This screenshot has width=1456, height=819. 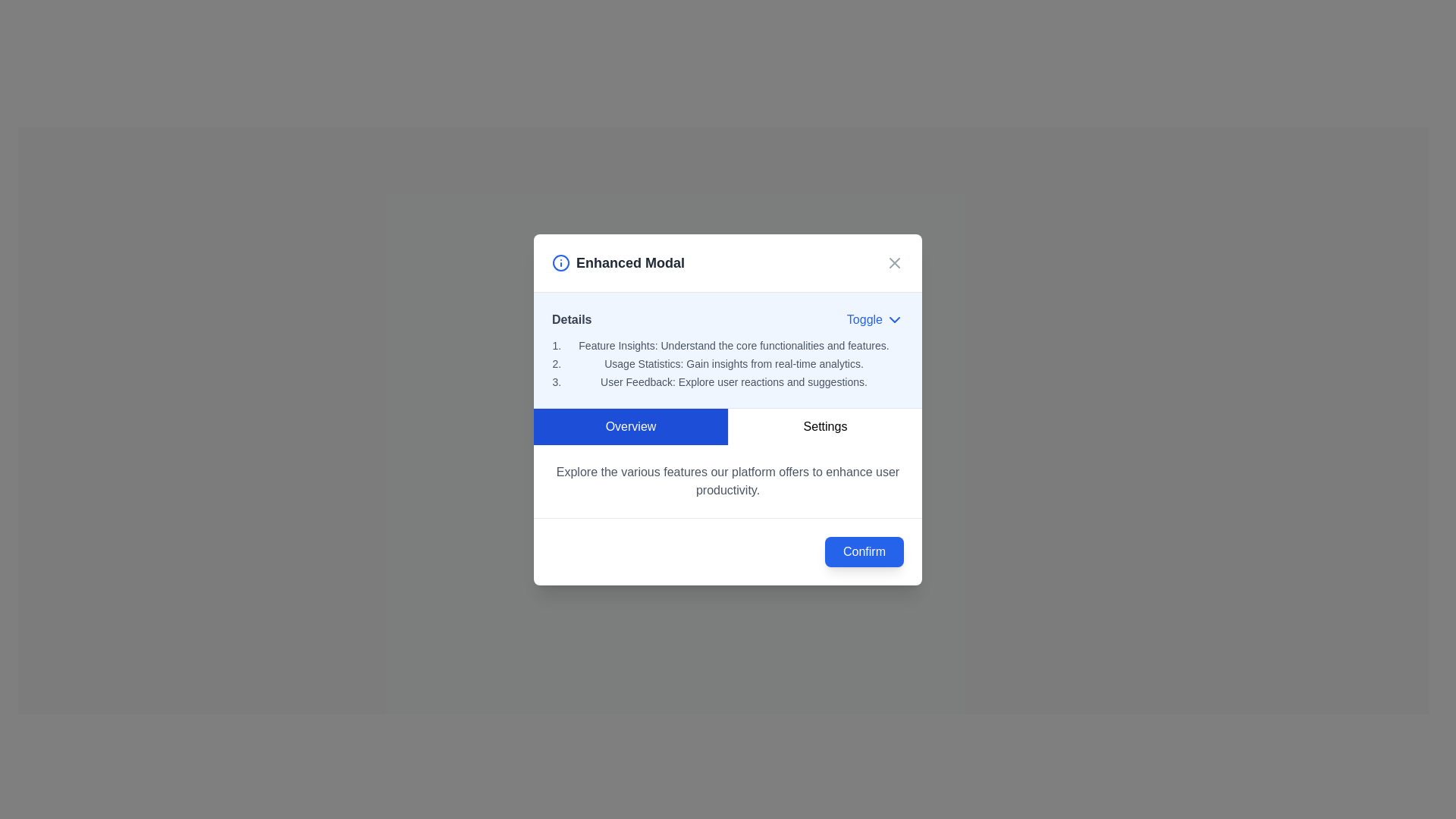 What do you see at coordinates (728, 481) in the screenshot?
I see `the informational text block within the modal dialog, positioned below the tabbed navigation area and above the 'Confirm' button` at bounding box center [728, 481].